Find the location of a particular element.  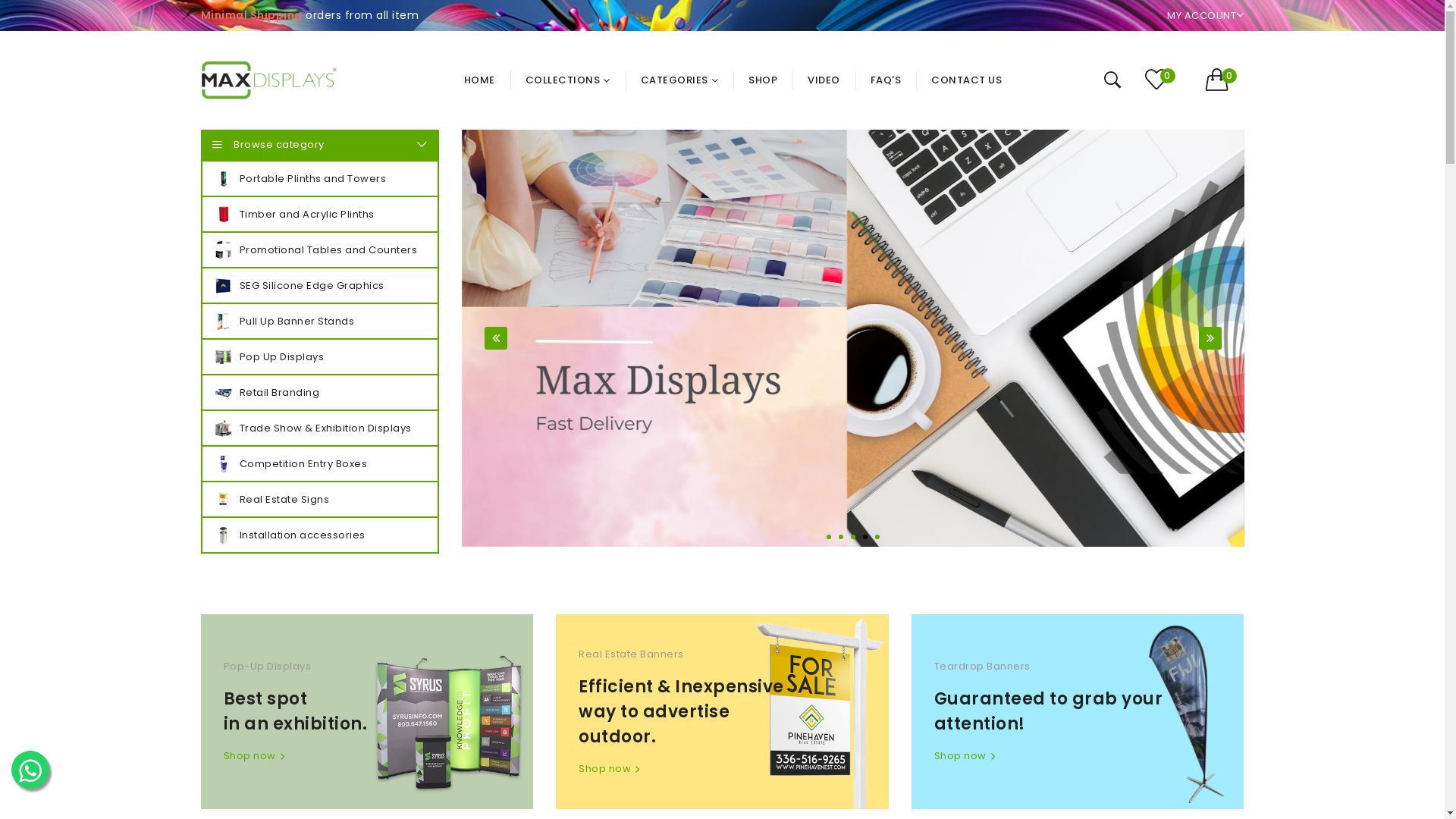

'Retail Branding' is located at coordinates (318, 391).